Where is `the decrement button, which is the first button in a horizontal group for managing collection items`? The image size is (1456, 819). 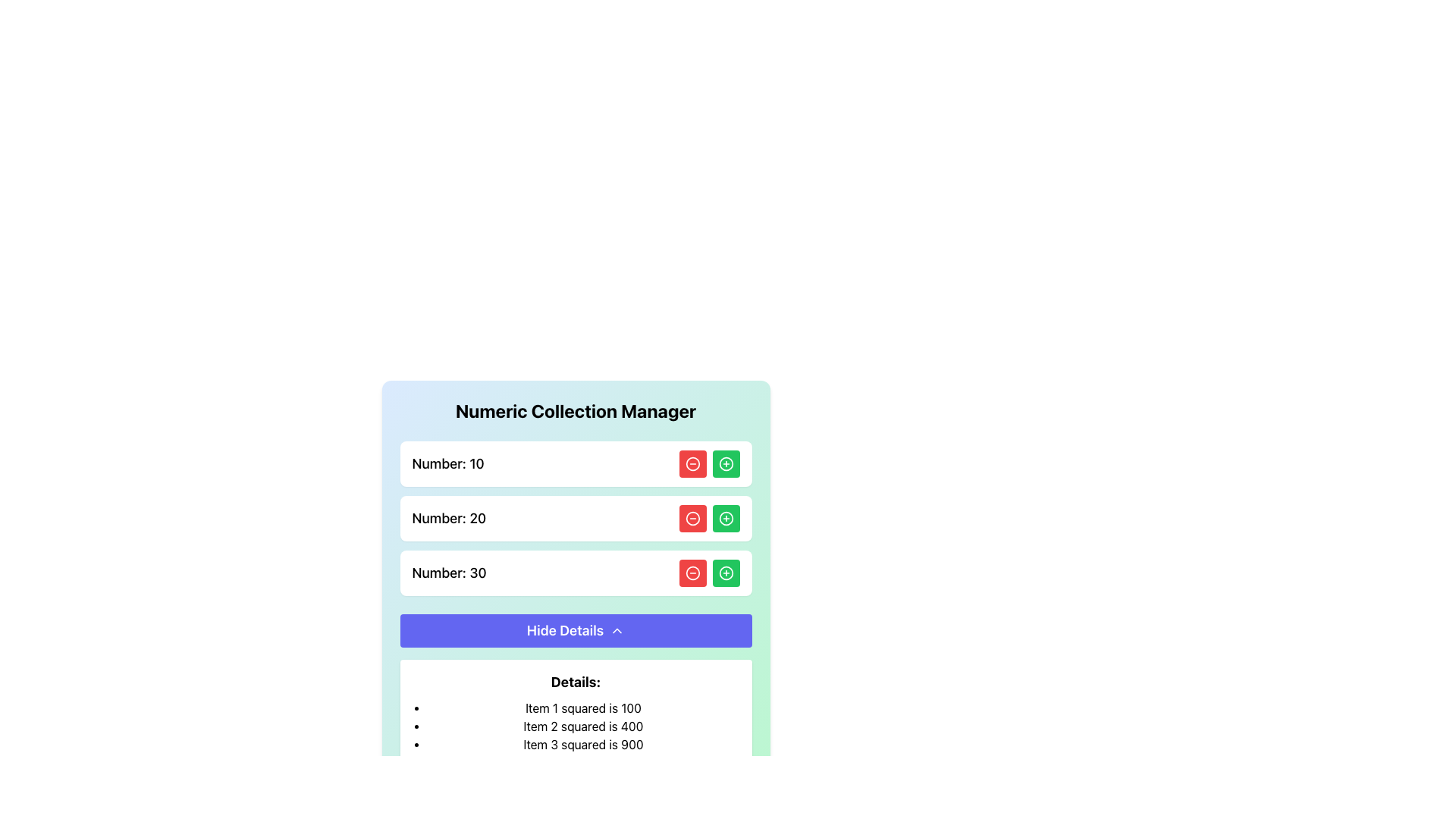 the decrement button, which is the first button in a horizontal group for managing collection items is located at coordinates (692, 463).